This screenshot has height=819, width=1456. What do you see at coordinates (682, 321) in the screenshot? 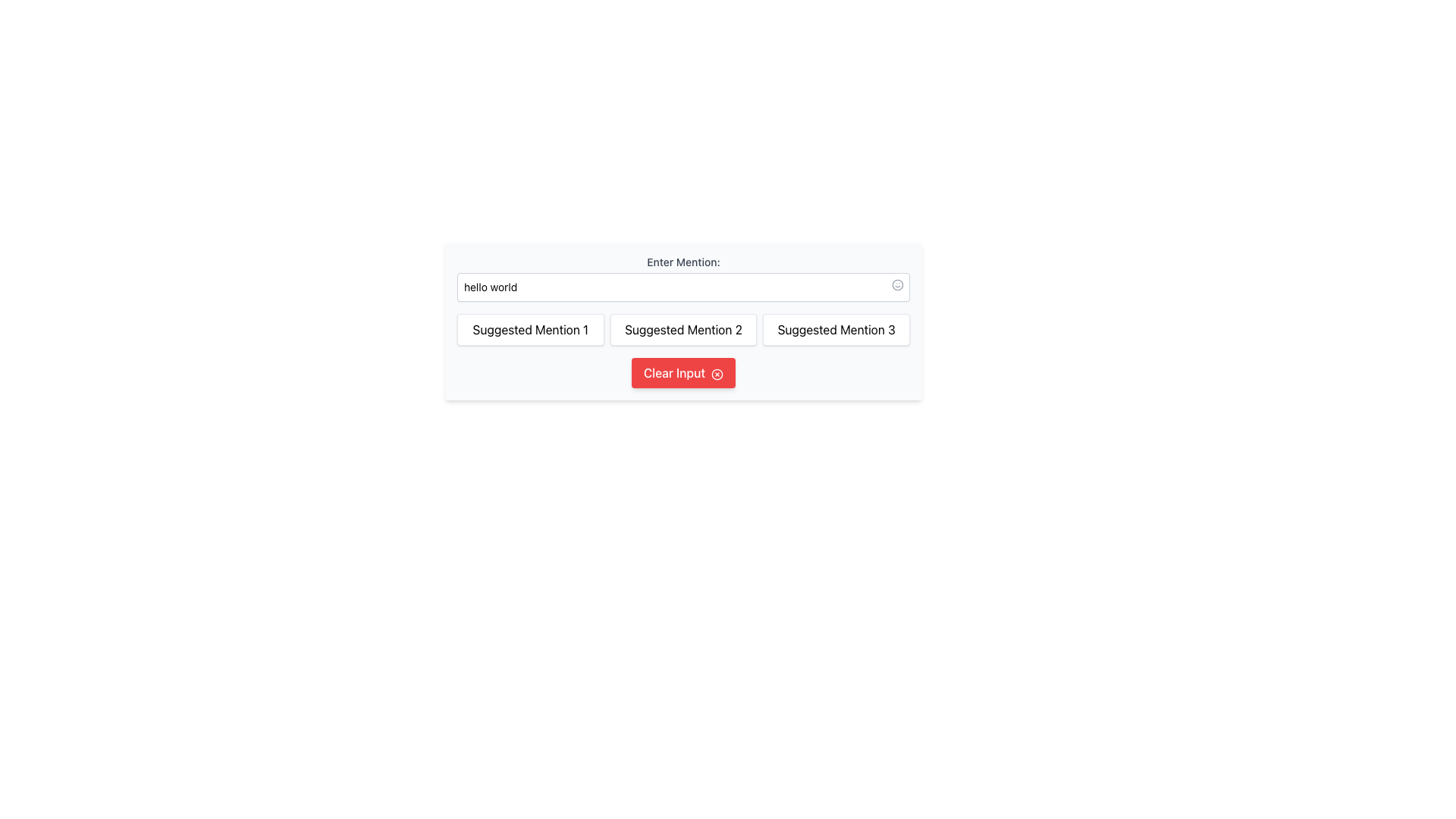
I see `the middle button representing 'Suggested Mention 2'` at bounding box center [682, 321].